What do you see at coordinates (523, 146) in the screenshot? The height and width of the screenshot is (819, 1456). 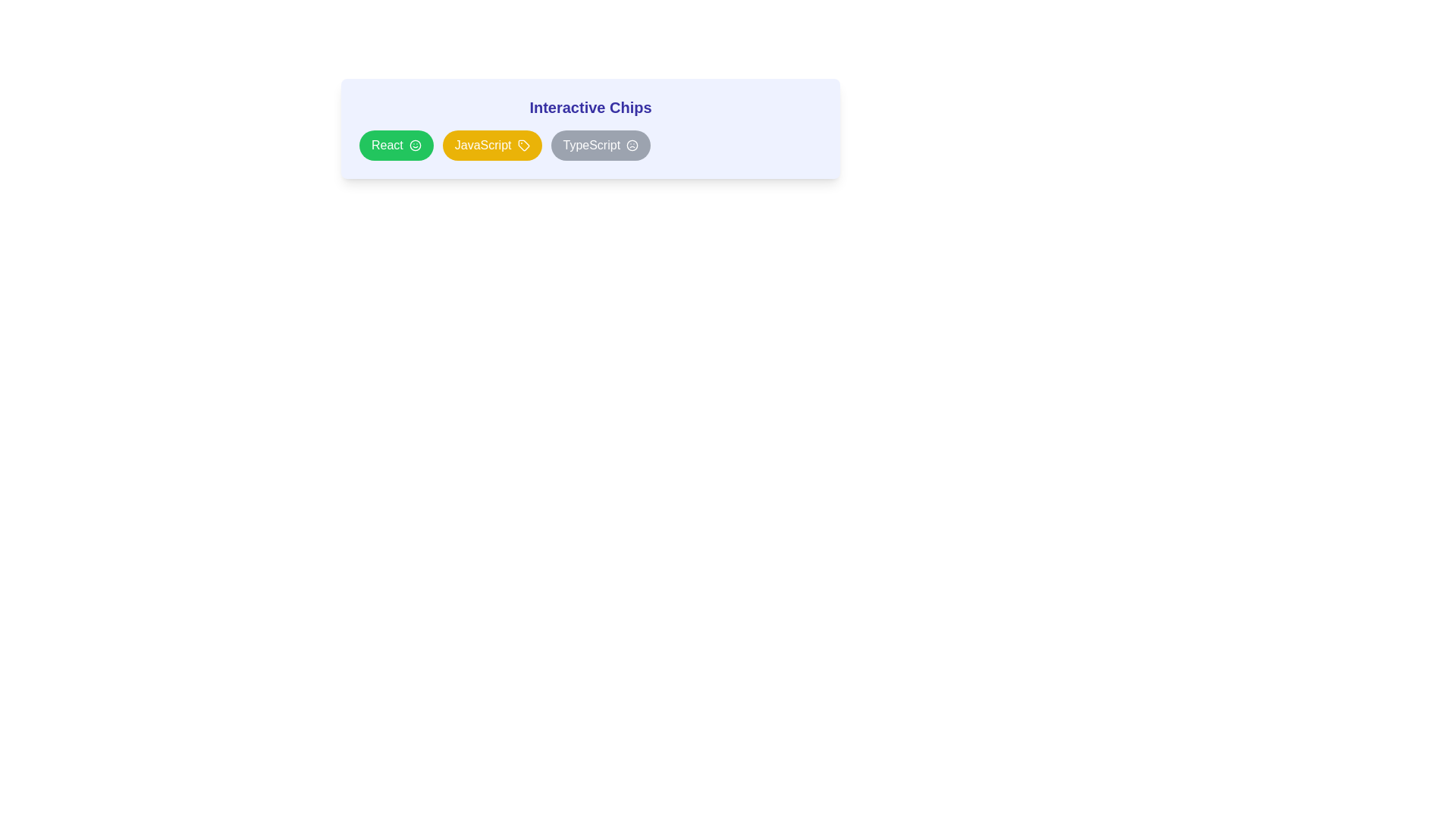 I see `the decorative SVG icon located to the right of the 'JavaScript' chip in the group of interactive chips` at bounding box center [523, 146].